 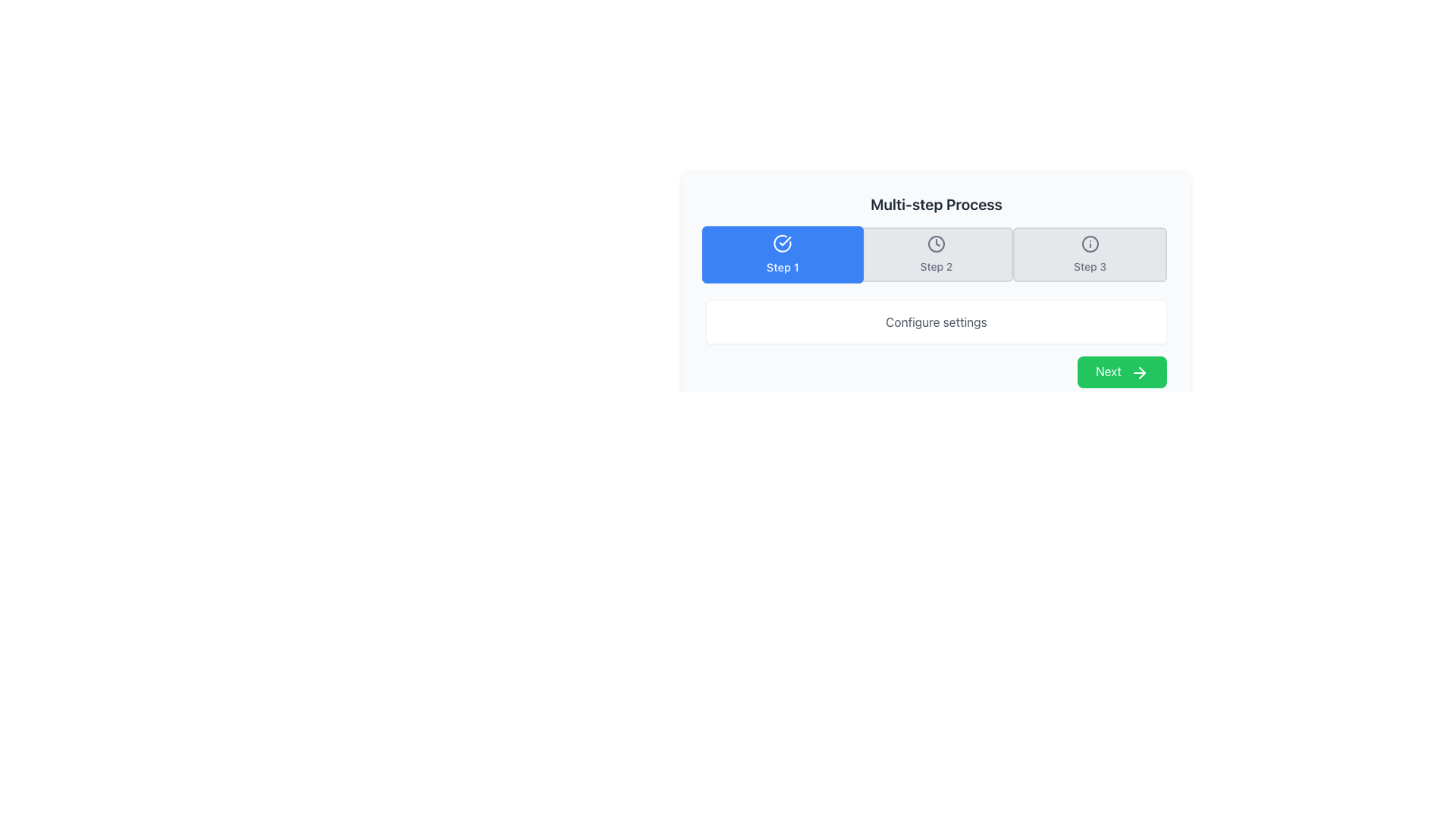 What do you see at coordinates (935, 253) in the screenshot?
I see `the second step indicator in the multi-step navigation component, which visually represents the current step in the sequence of the multi-step process` at bounding box center [935, 253].